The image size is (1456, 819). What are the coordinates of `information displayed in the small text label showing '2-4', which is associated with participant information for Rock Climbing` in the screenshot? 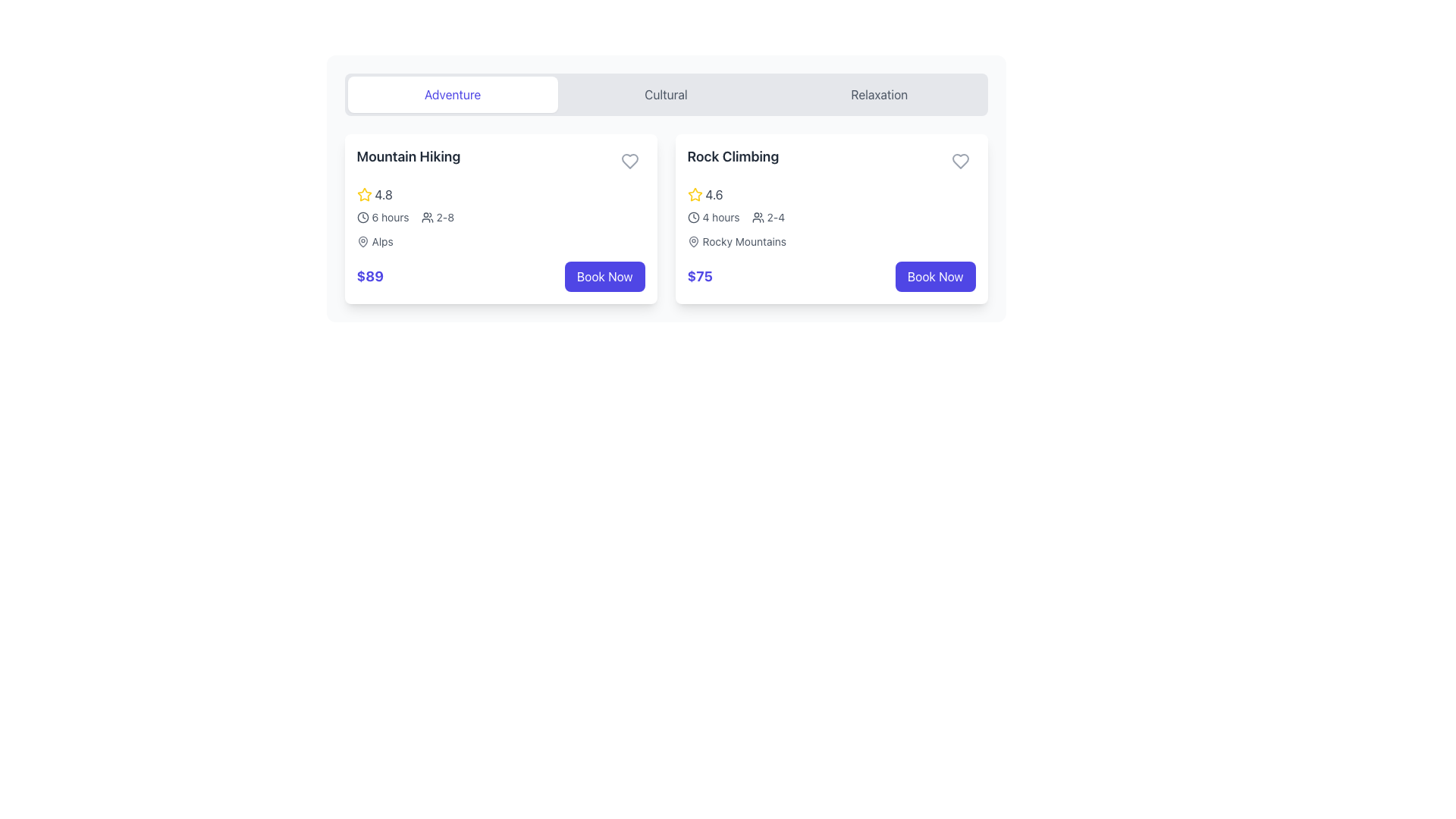 It's located at (776, 217).